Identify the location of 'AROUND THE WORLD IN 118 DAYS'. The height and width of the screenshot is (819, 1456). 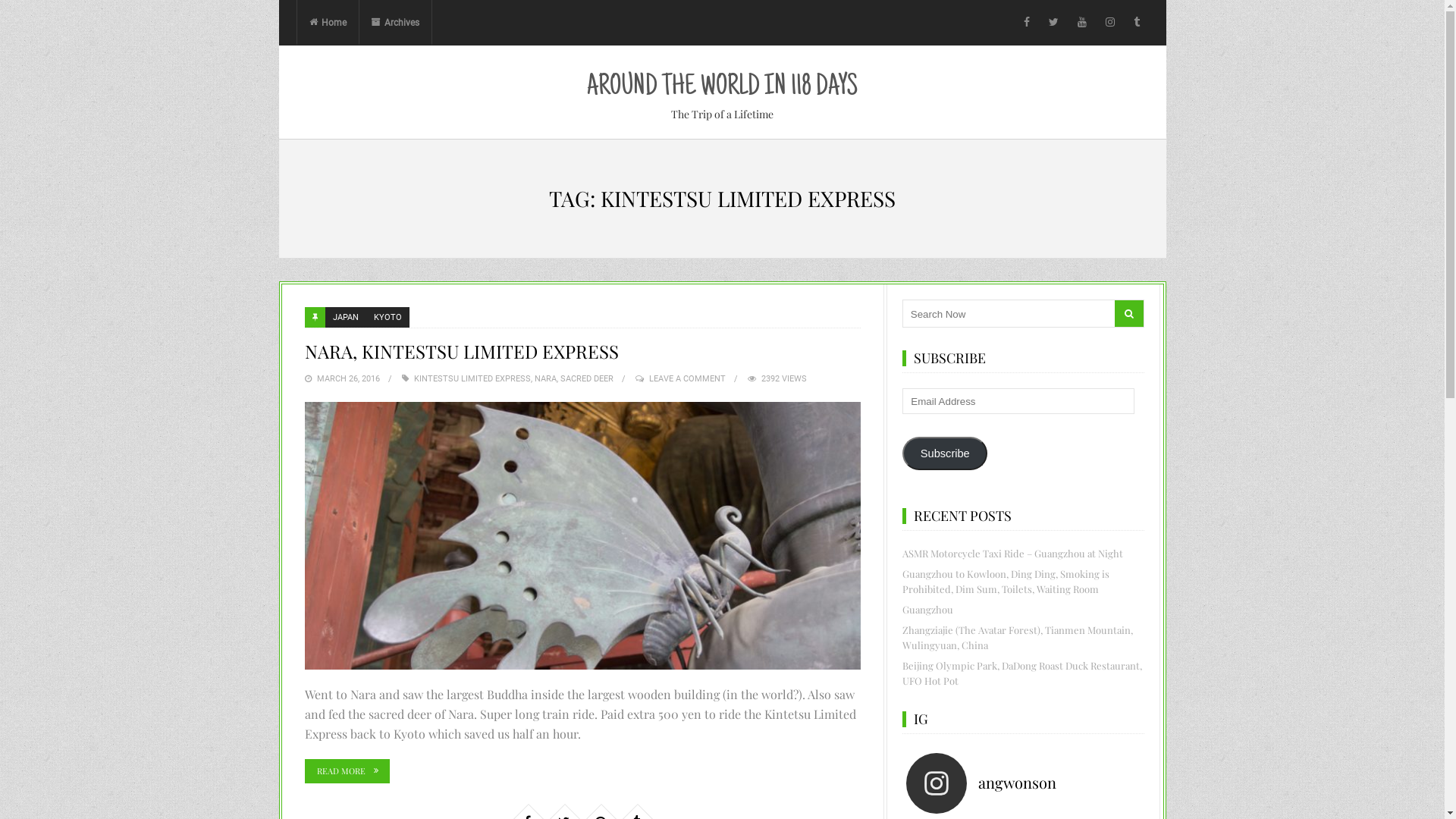
(721, 87).